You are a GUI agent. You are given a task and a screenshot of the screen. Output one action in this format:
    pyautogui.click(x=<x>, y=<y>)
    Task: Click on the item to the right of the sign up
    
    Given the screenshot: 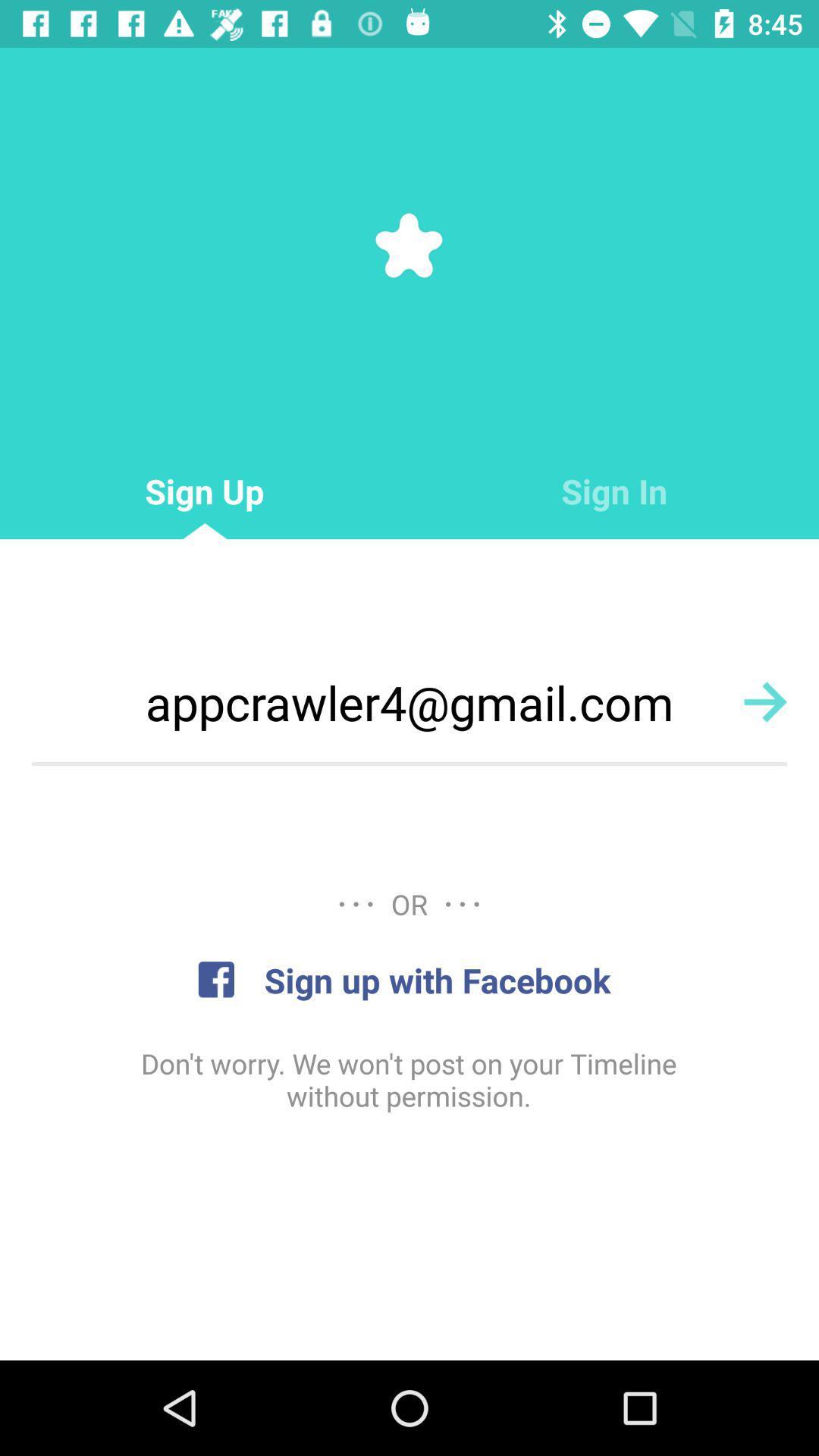 What is the action you would take?
    pyautogui.click(x=614, y=491)
    